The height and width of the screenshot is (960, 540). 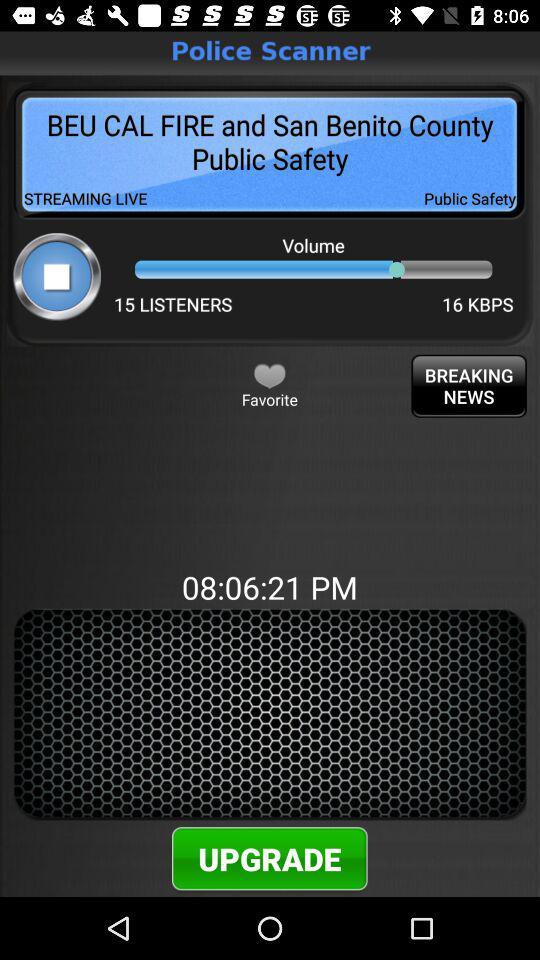 I want to click on breaking, so click(x=469, y=385).